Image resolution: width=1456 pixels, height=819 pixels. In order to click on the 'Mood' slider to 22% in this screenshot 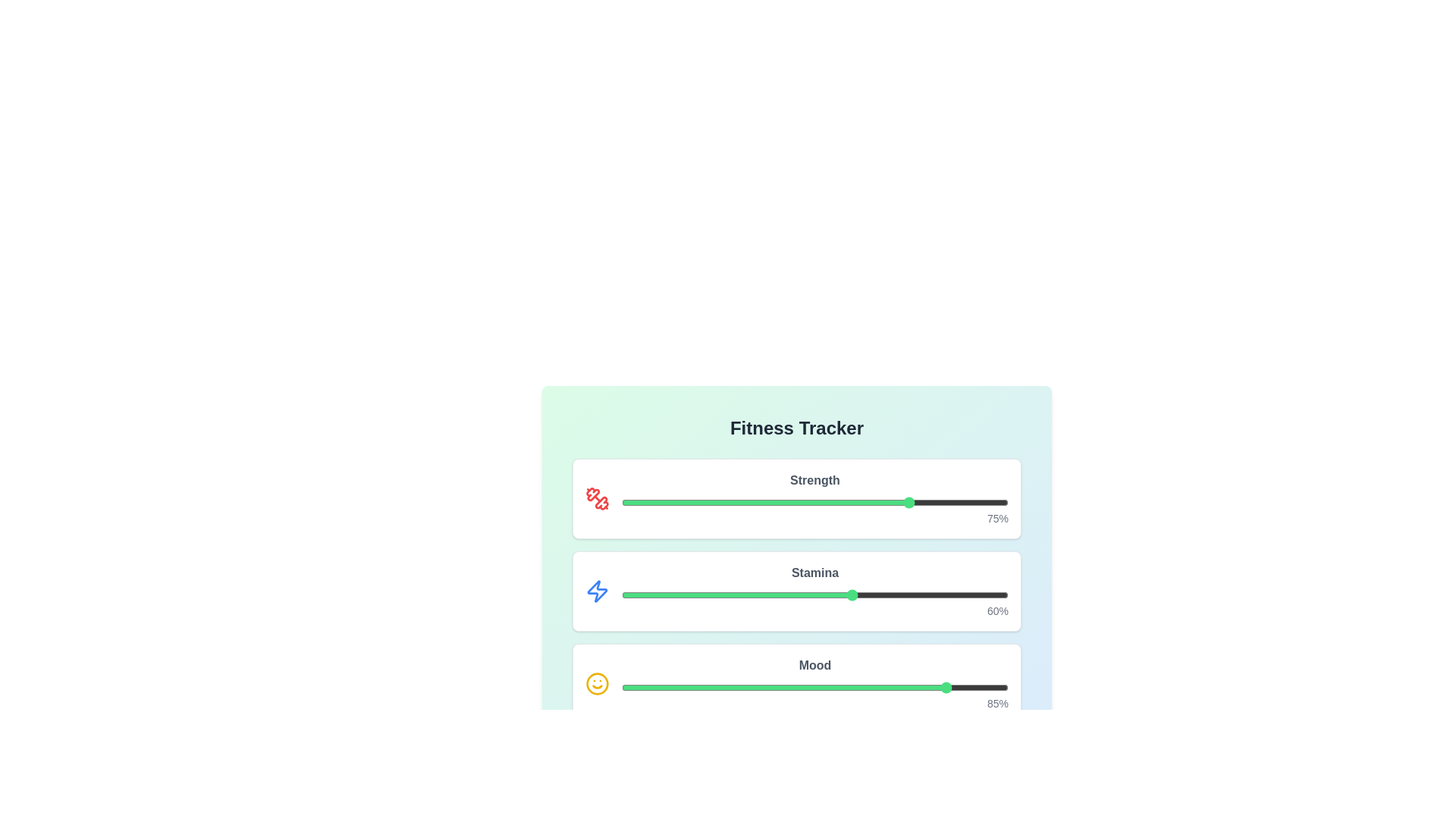, I will do `click(706, 687)`.